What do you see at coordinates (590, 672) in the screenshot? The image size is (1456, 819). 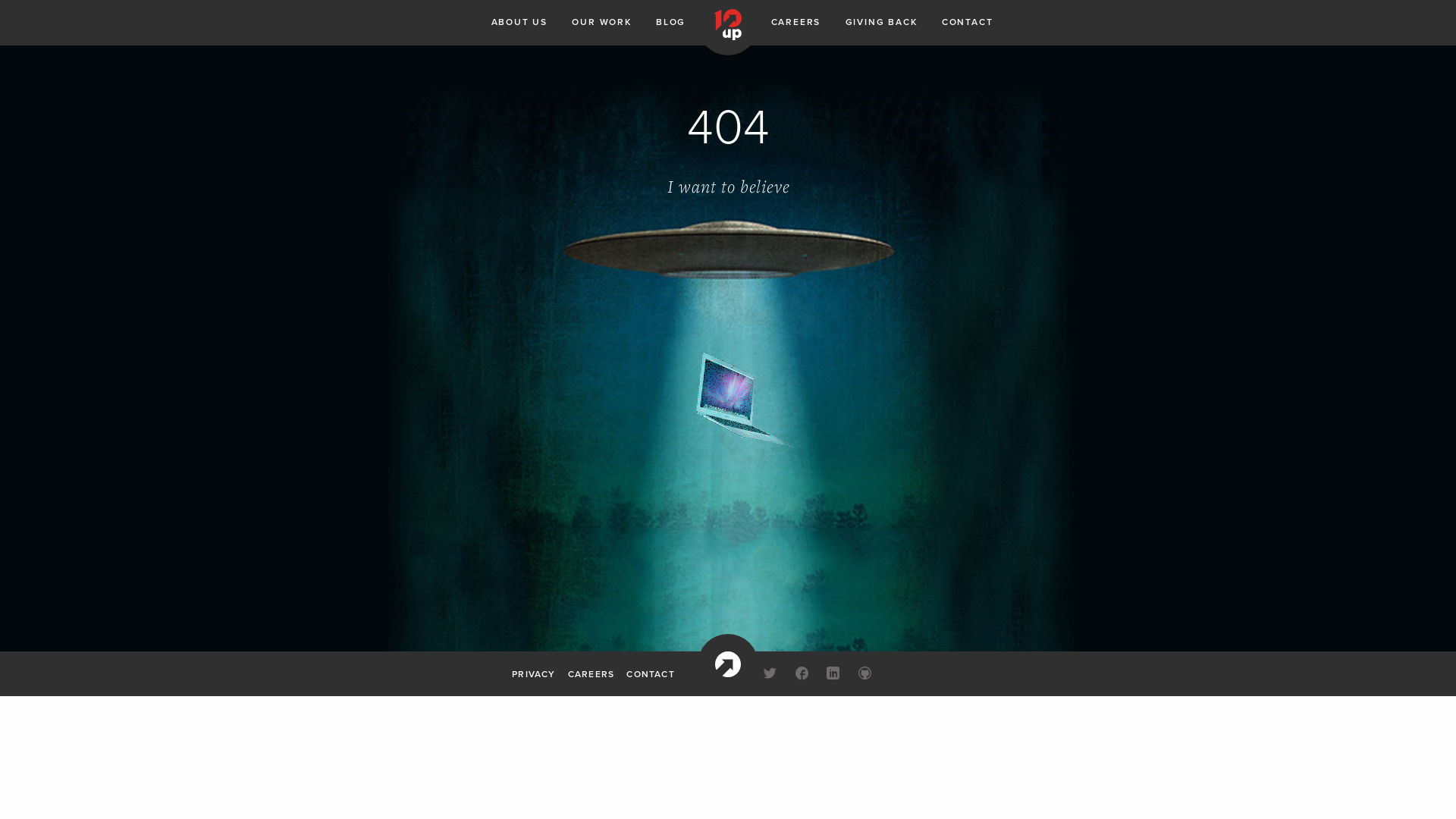 I see `'CAREERS'` at bounding box center [590, 672].